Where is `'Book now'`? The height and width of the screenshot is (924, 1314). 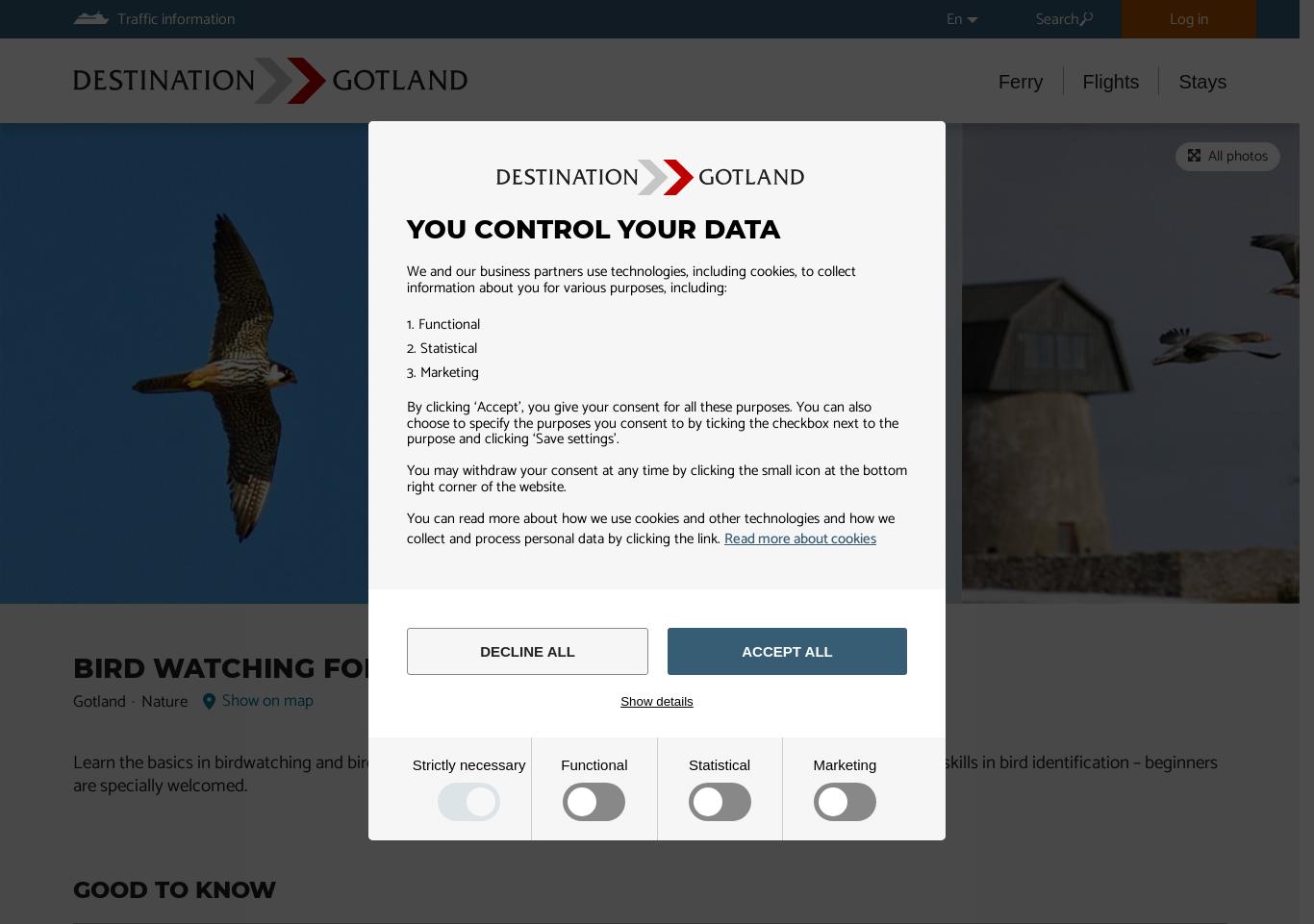
'Book now' is located at coordinates (158, 150).